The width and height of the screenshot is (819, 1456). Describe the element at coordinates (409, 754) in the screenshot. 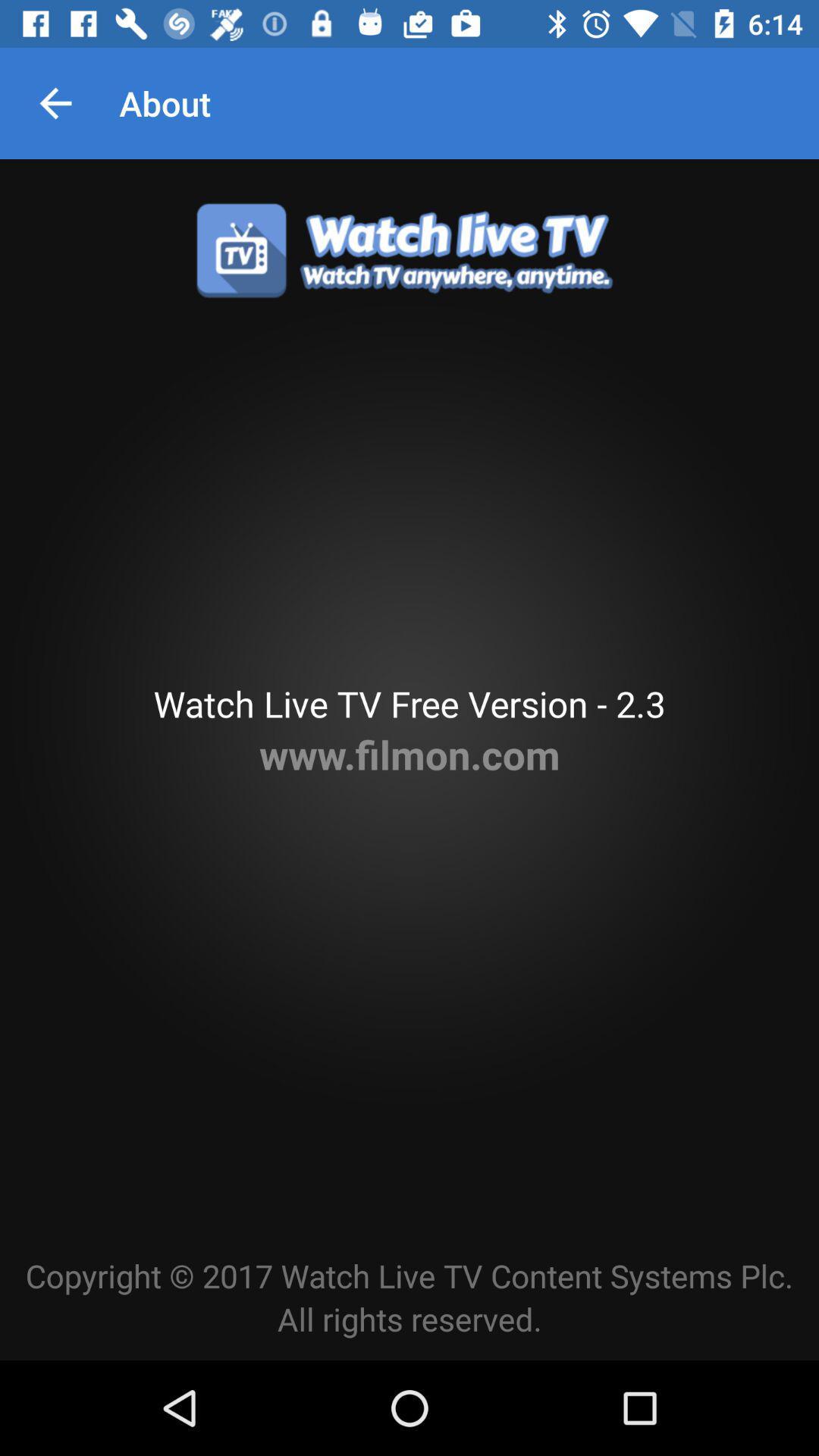

I see `item above copyright 2017 watch item` at that location.